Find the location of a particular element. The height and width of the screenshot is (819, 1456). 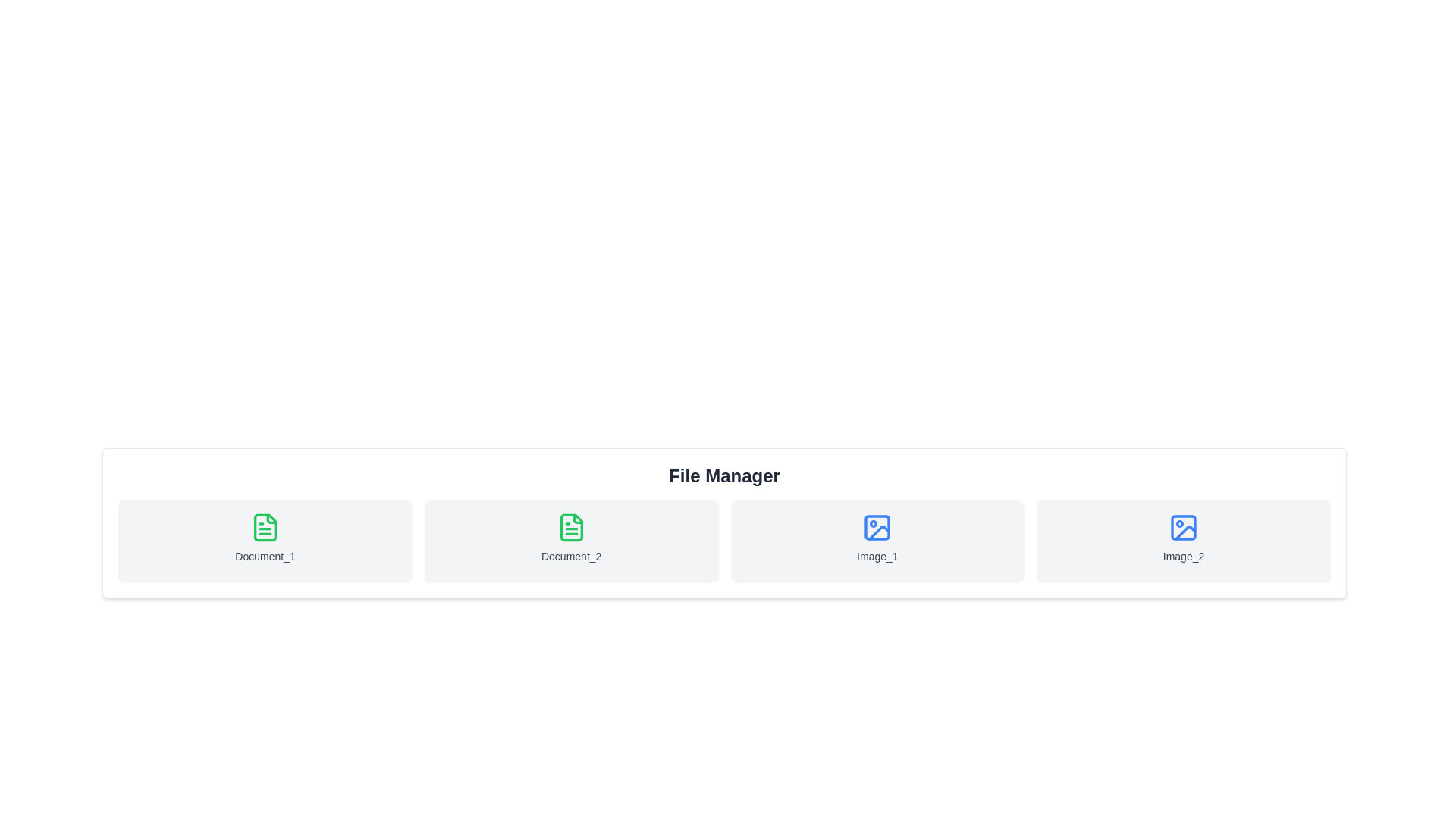

the first card is located at coordinates (265, 540).